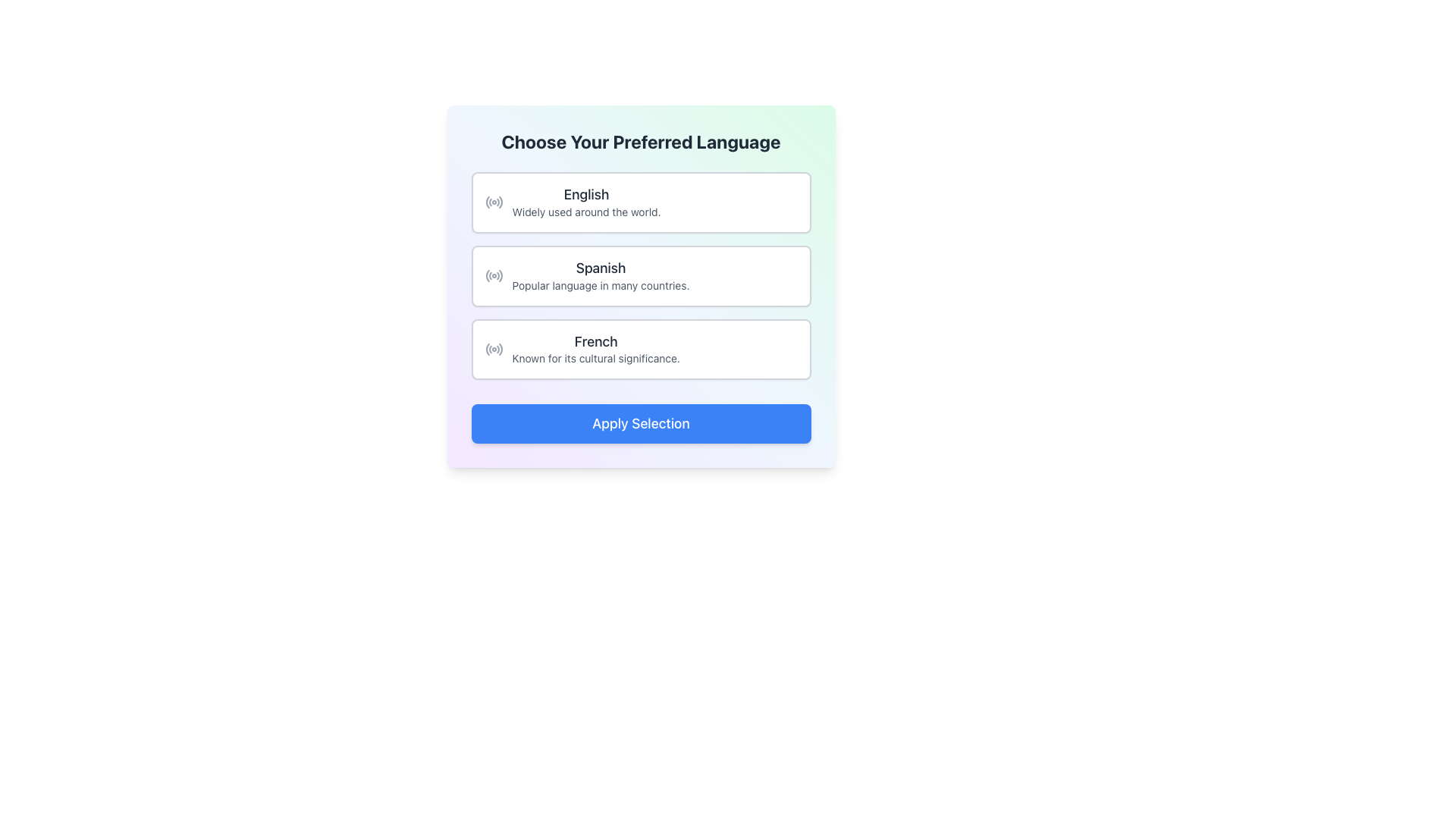 The width and height of the screenshot is (1456, 819). What do you see at coordinates (600, 268) in the screenshot?
I see `text content of the prominent text label 'Spanish' styled with a larger font size and bold weight, located above the subtext 'Popular language in many countries.'` at bounding box center [600, 268].